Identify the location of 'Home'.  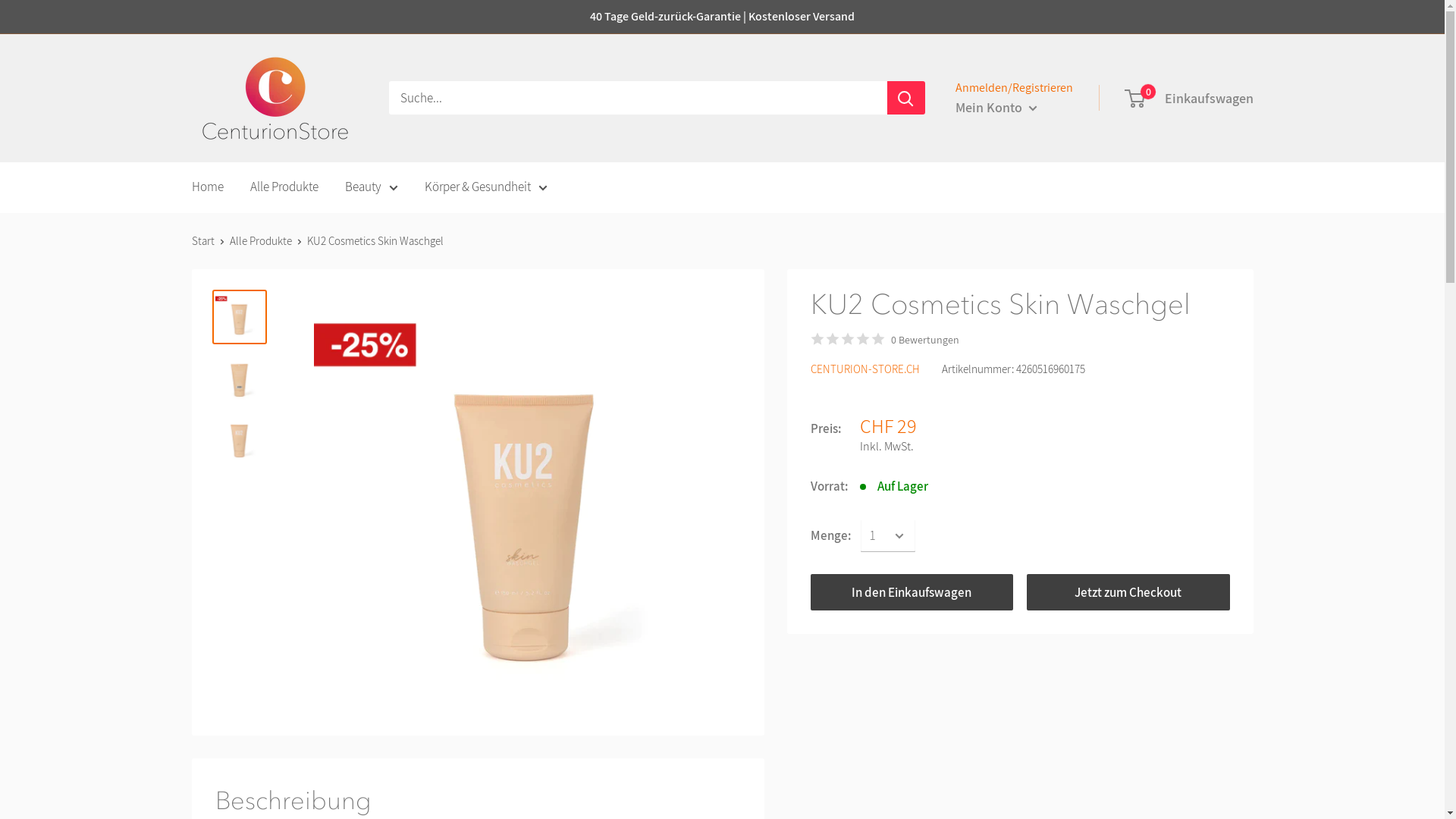
(206, 186).